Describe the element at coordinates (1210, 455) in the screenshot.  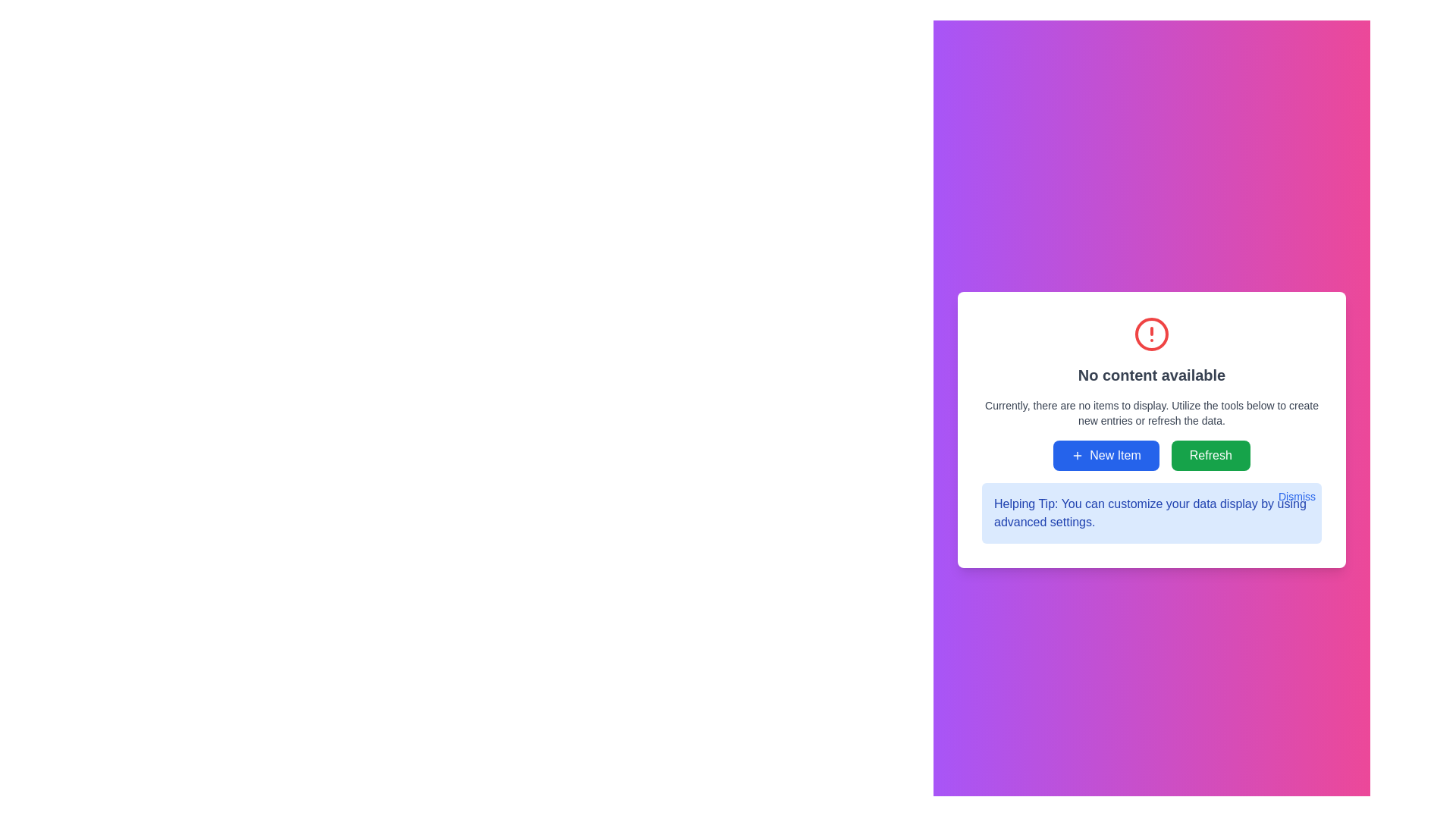
I see `the 'Refresh' button` at that location.